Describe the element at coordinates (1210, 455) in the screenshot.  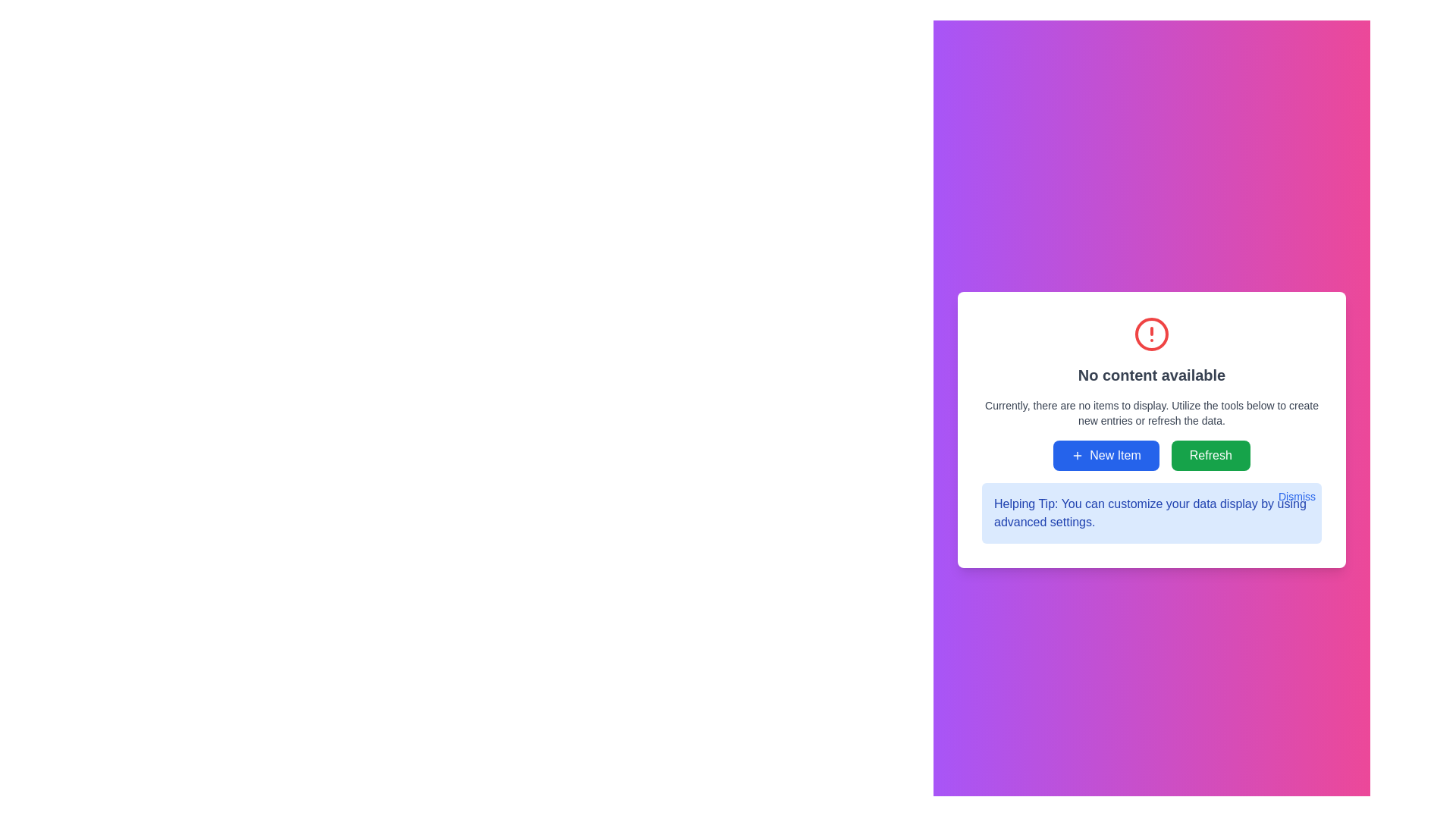
I see `the 'Refresh' button` at that location.